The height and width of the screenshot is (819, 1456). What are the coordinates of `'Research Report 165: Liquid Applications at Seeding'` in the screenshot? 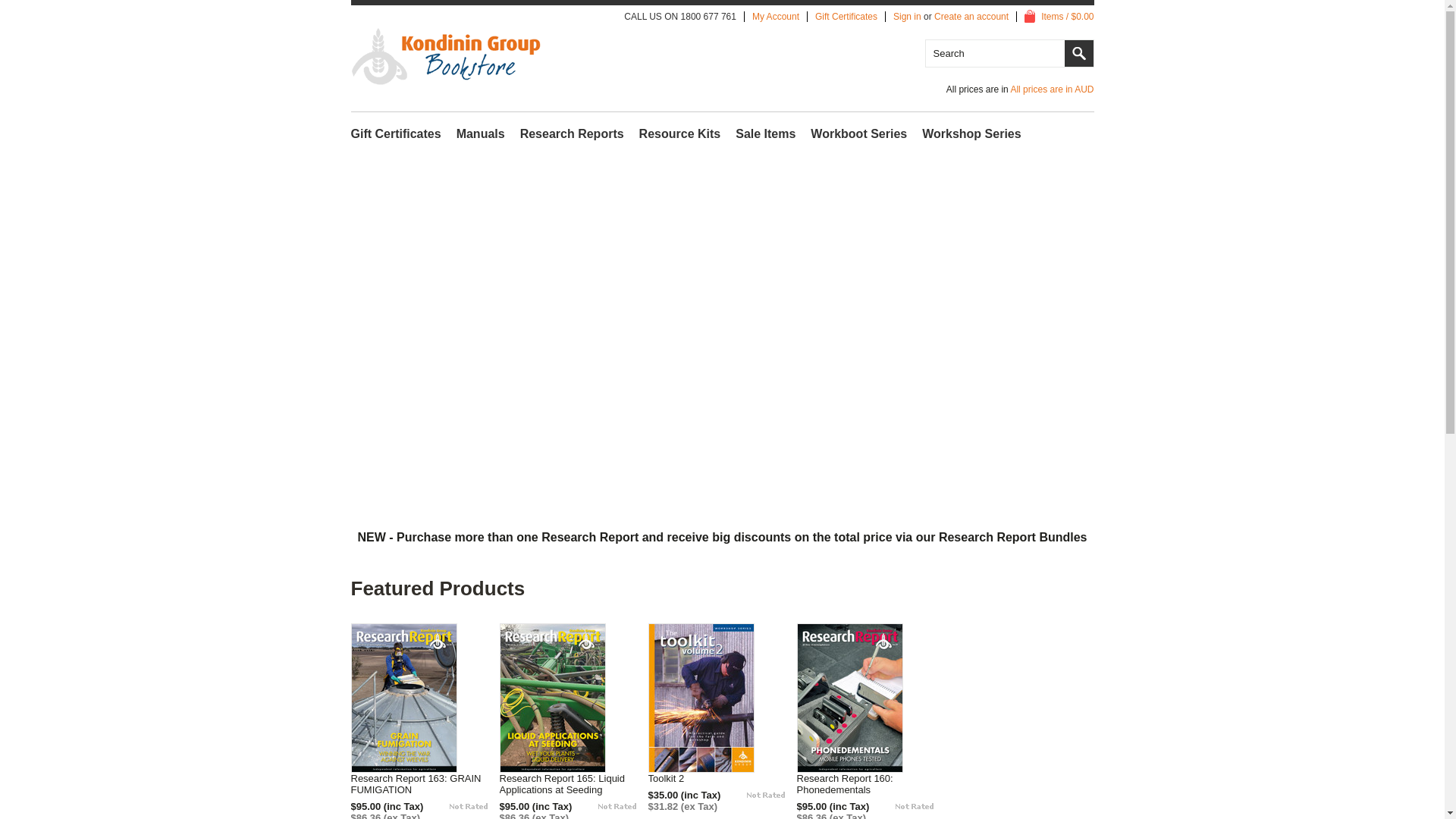 It's located at (573, 783).